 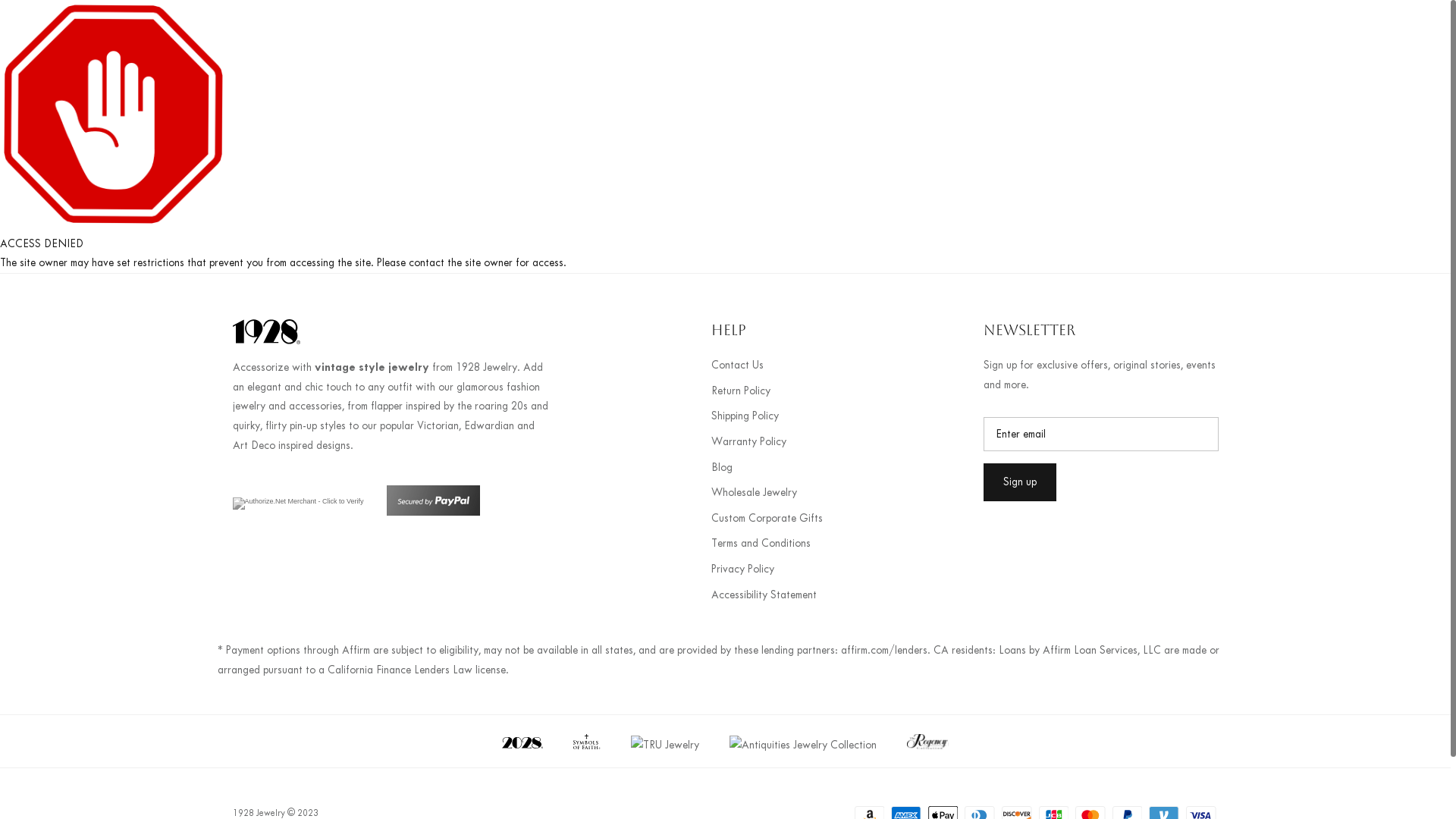 What do you see at coordinates (737, 365) in the screenshot?
I see `'Contact Us'` at bounding box center [737, 365].